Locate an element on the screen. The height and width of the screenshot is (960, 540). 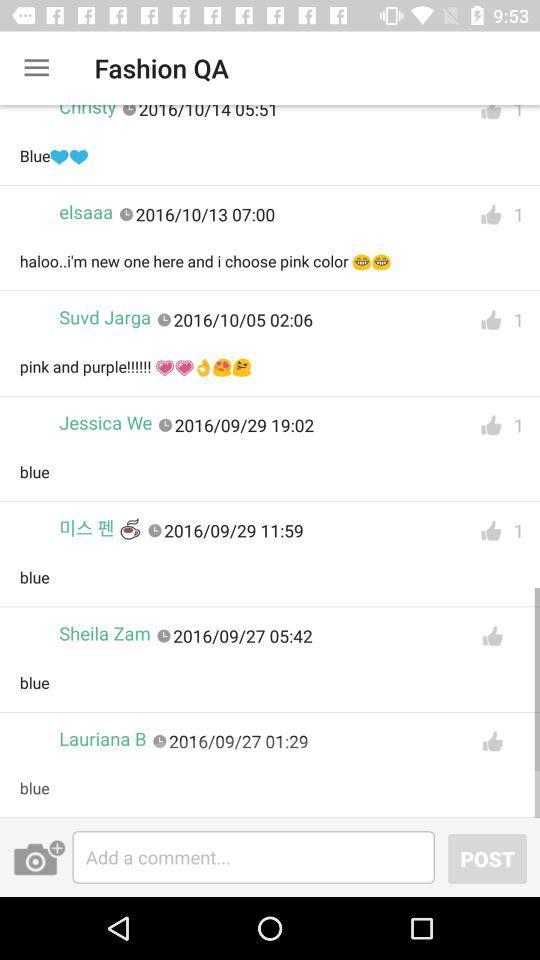
send like to post is located at coordinates (491, 740).